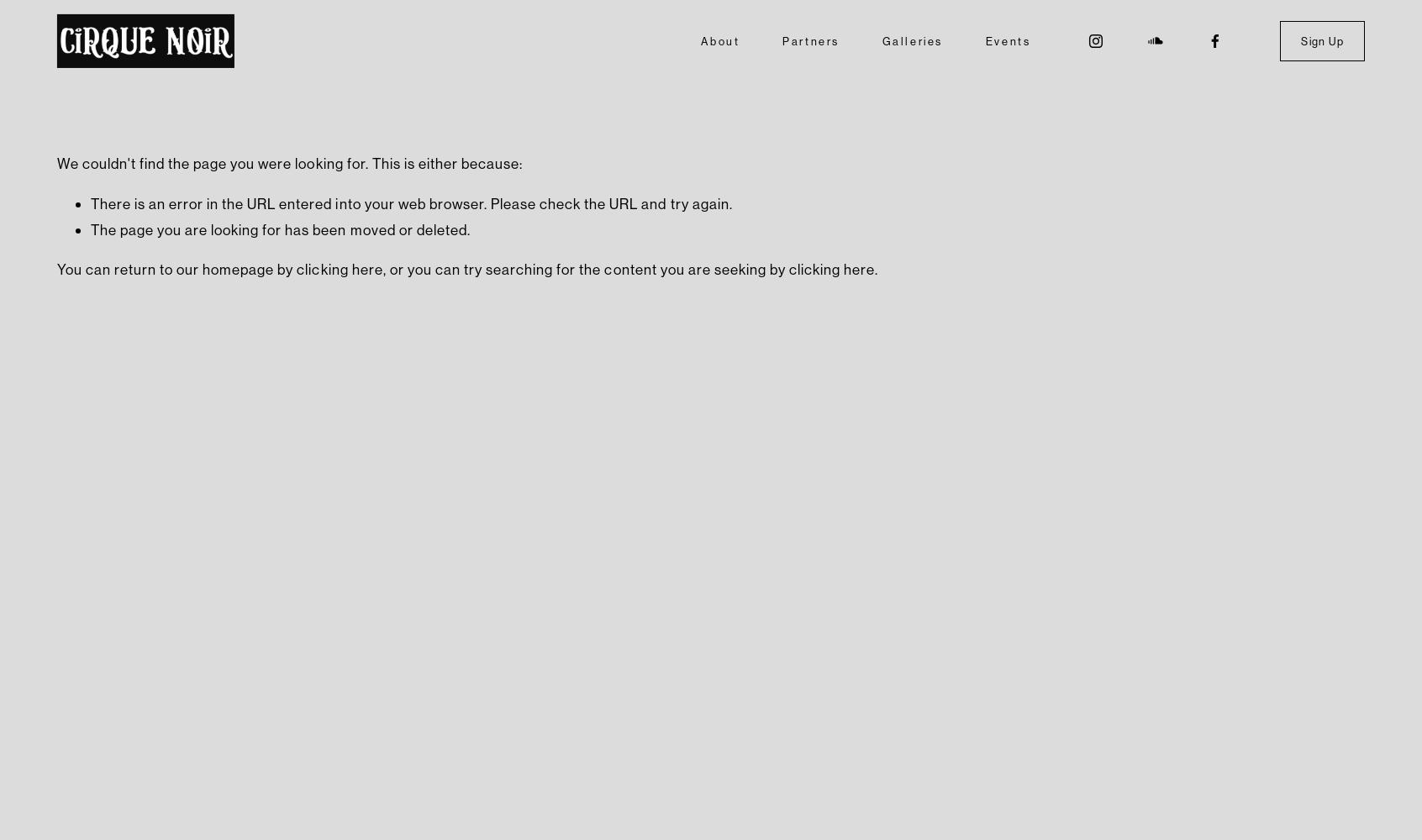 This screenshot has width=1422, height=840. What do you see at coordinates (288, 162) in the screenshot?
I see `'We couldn't find the page you were looking for. This is either because:'` at bounding box center [288, 162].